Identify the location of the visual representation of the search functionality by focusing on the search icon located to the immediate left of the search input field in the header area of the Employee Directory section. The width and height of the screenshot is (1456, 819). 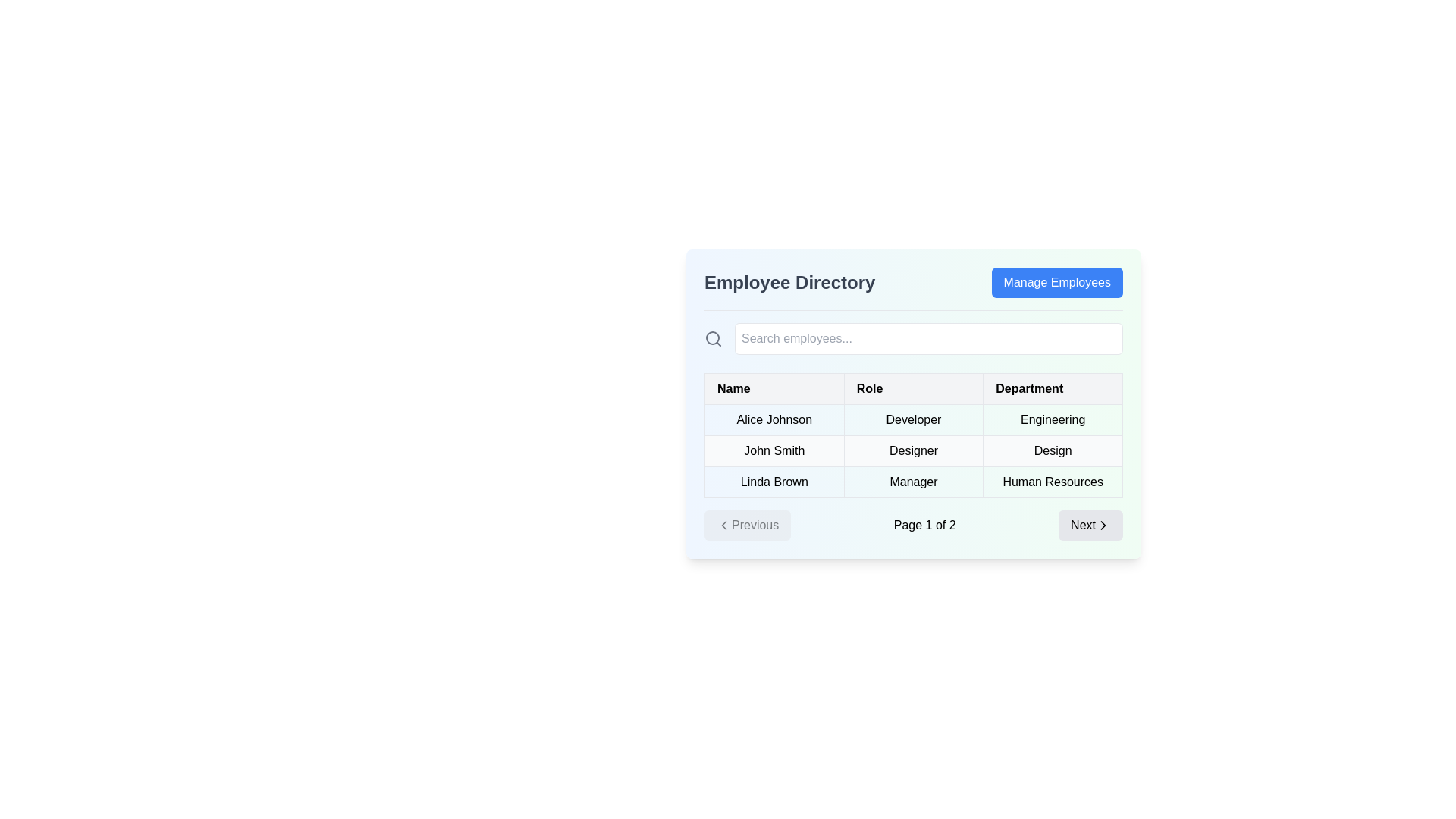
(712, 338).